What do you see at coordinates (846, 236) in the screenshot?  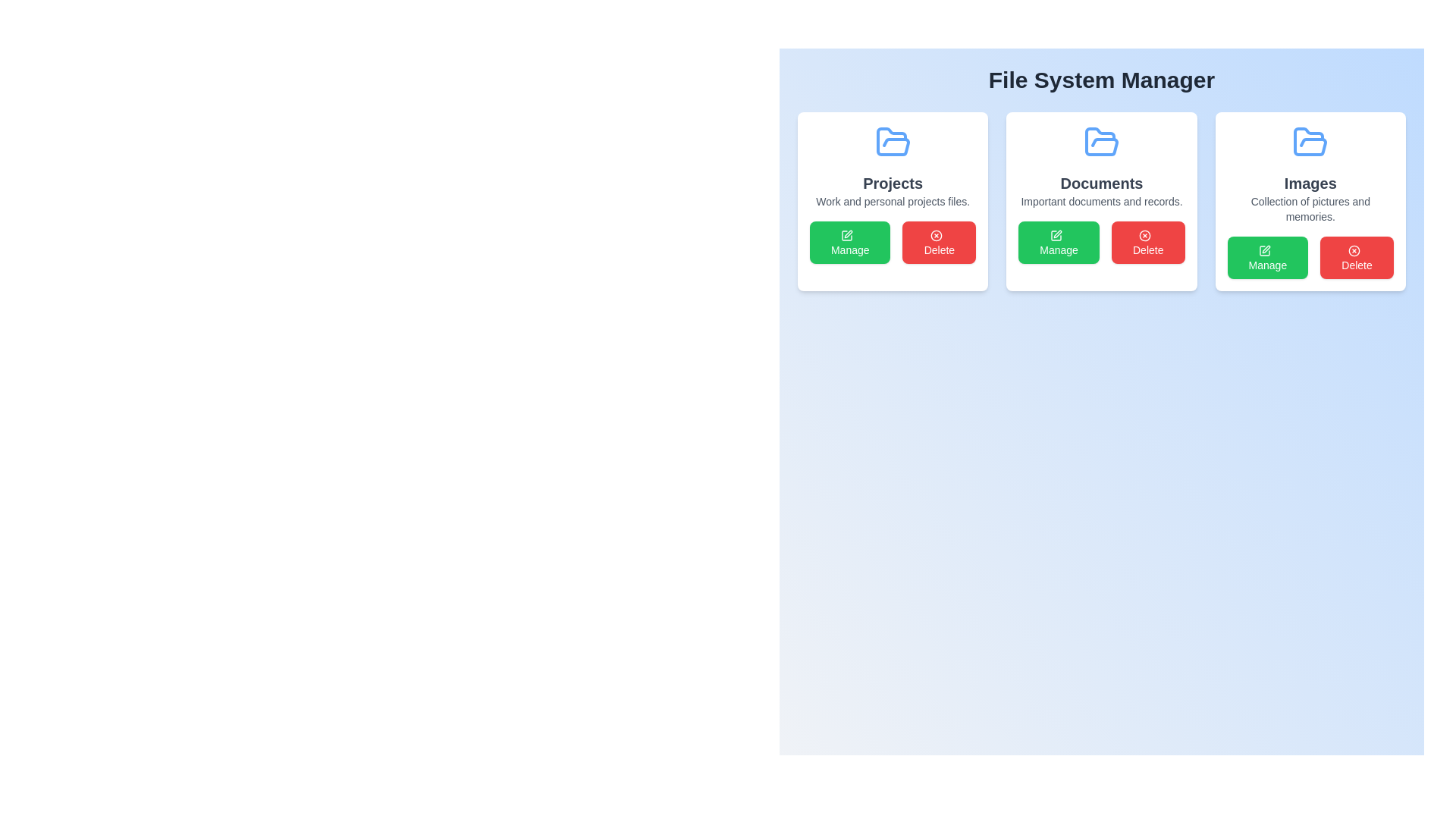 I see `the icon within the 'Manage' button, which suggests an action related` at bounding box center [846, 236].